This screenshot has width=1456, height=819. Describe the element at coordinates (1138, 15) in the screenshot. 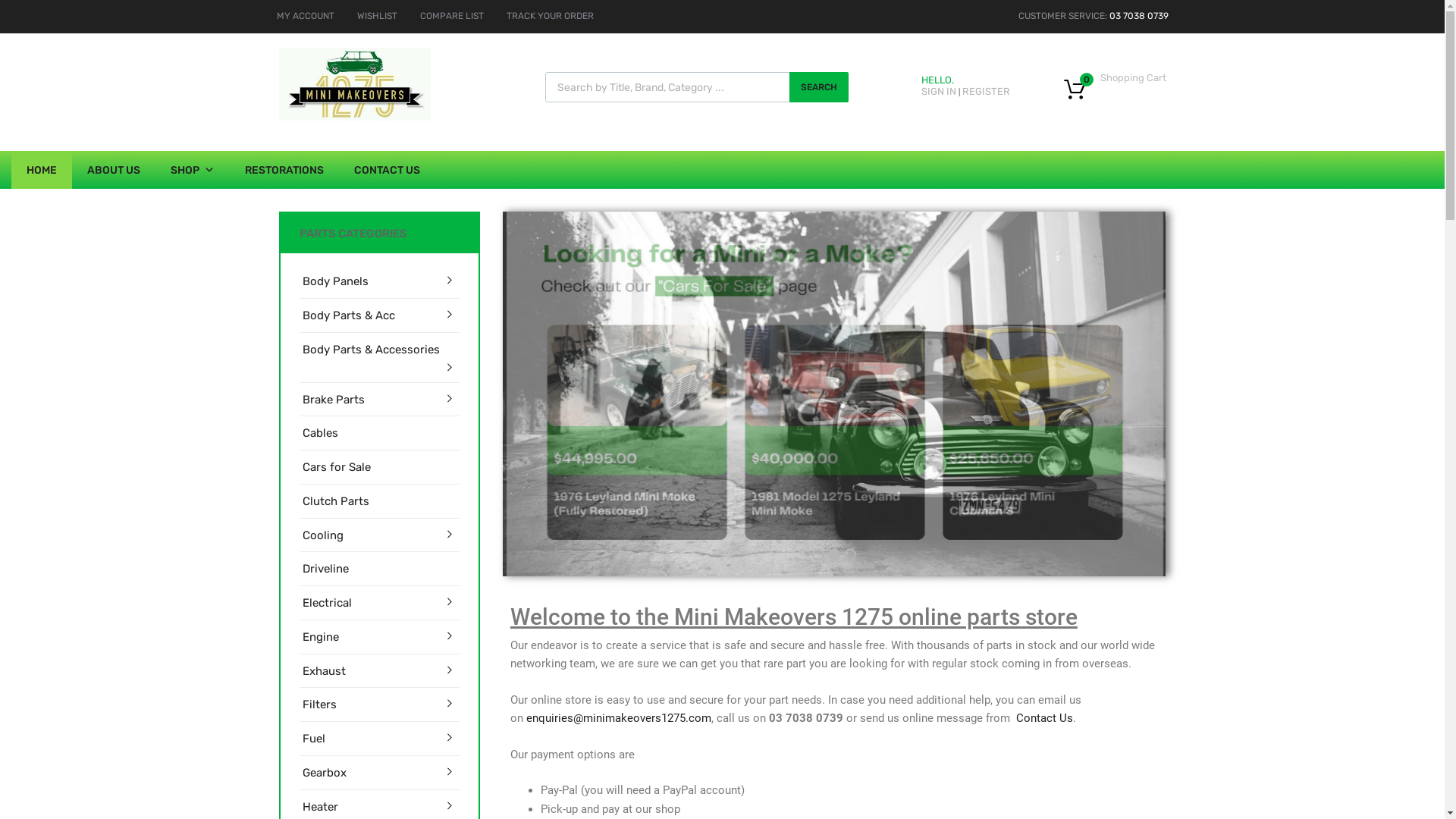

I see `'03 7038 0739'` at that location.